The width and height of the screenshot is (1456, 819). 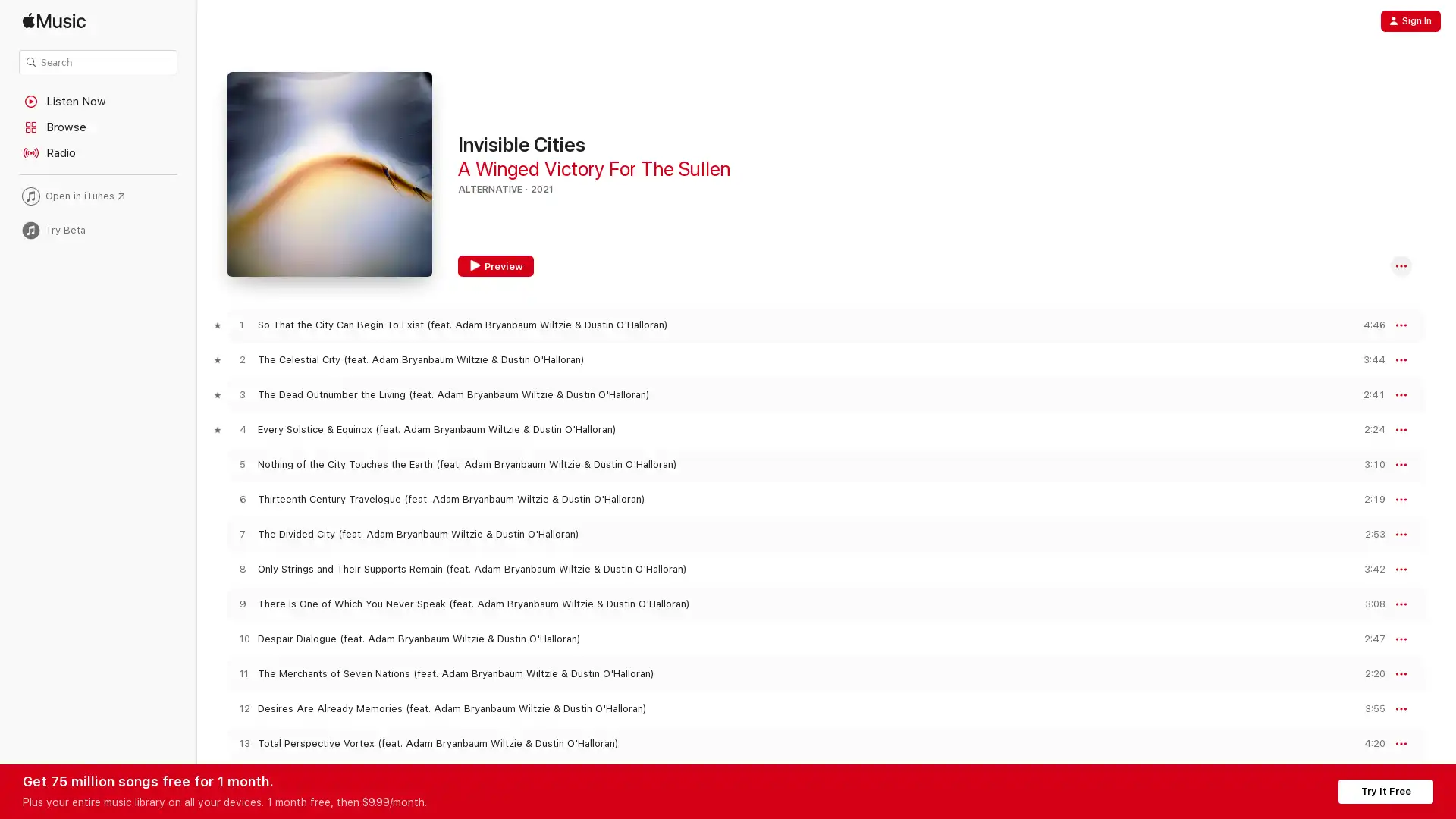 I want to click on Play, so click(x=241, y=499).